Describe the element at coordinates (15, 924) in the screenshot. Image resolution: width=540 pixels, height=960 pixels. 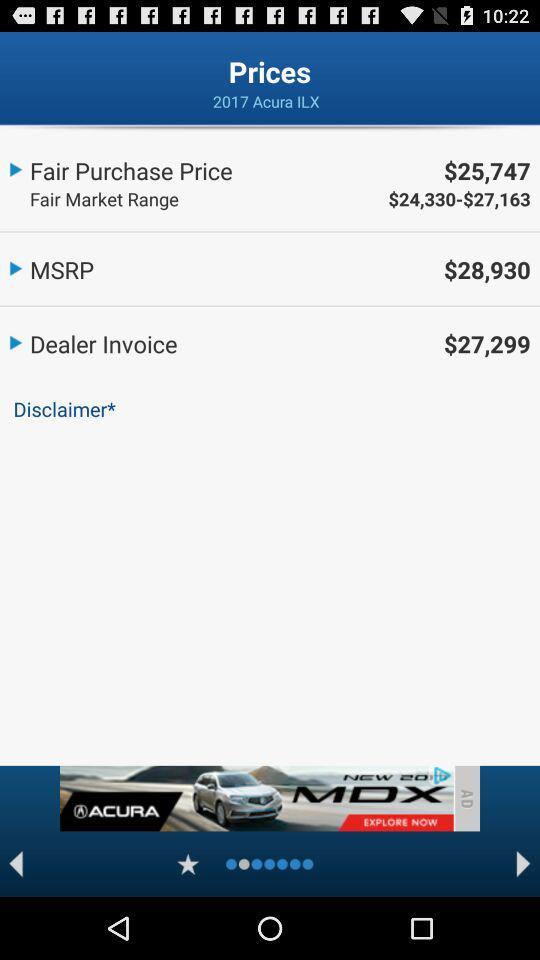
I see `the arrow_backward icon` at that location.